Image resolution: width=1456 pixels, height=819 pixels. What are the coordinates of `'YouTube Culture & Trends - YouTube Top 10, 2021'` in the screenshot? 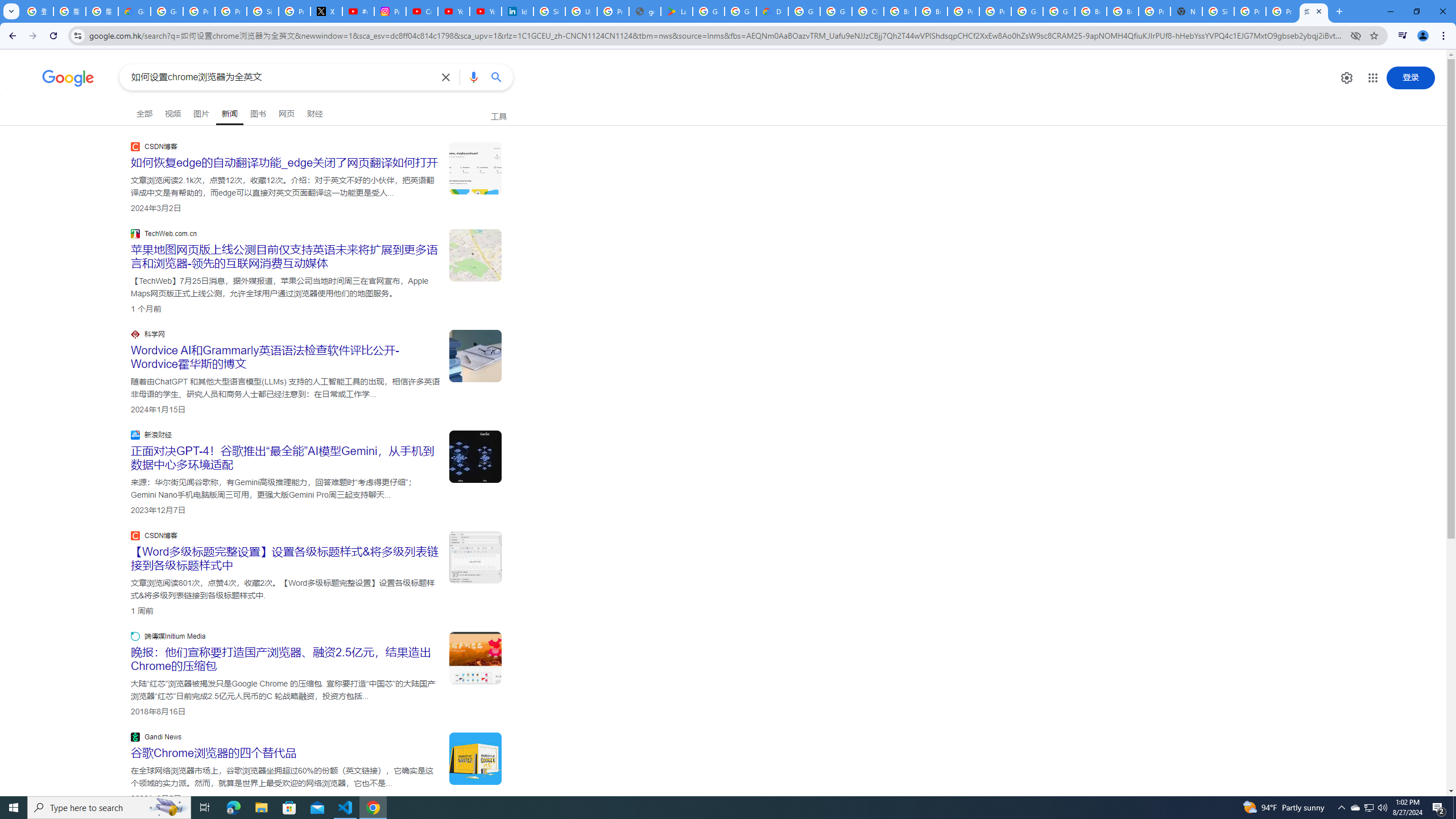 It's located at (485, 11).